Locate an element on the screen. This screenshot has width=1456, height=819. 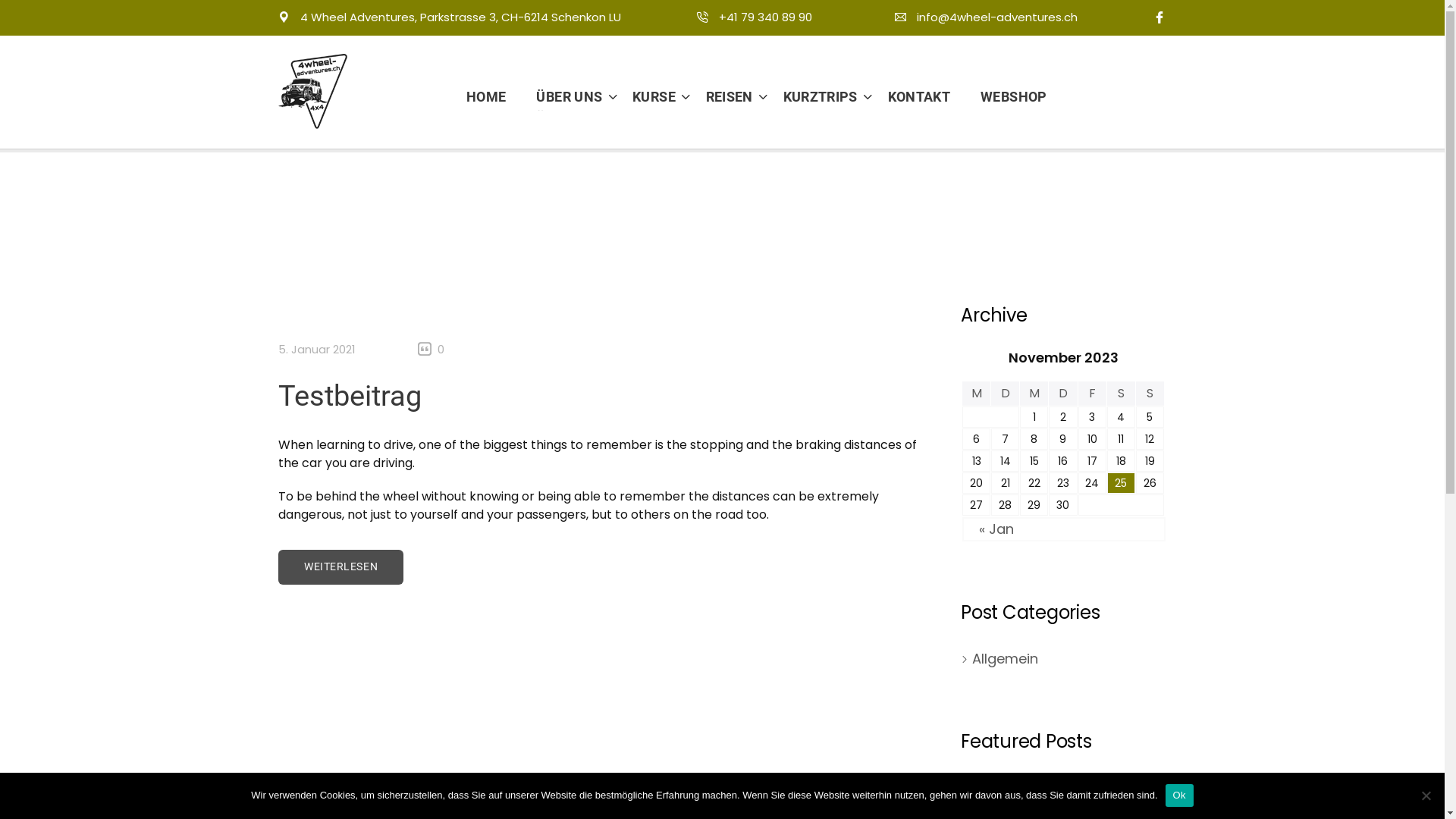
'HOME' is located at coordinates (494, 96).